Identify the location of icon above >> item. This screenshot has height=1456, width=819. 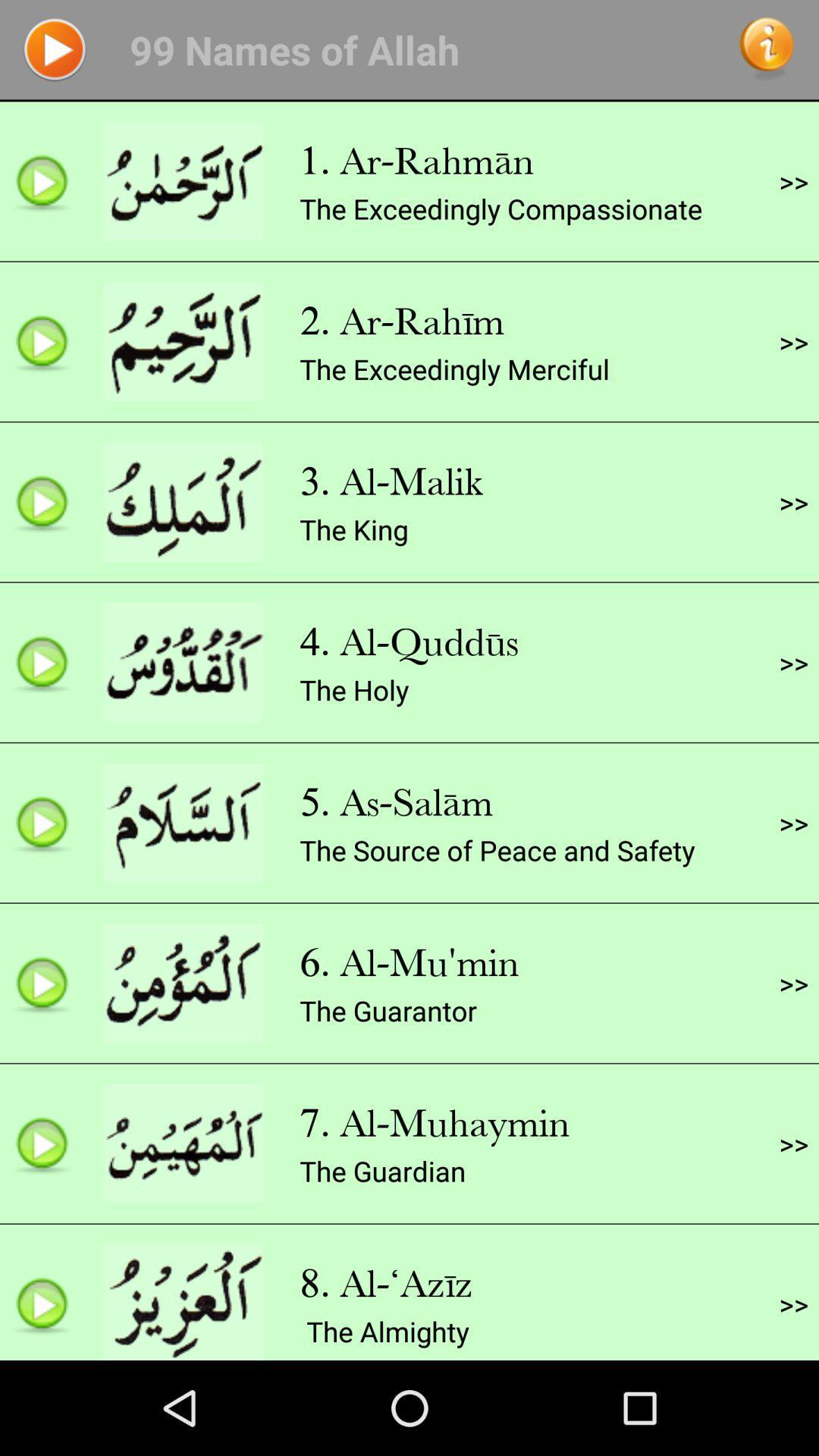
(792, 340).